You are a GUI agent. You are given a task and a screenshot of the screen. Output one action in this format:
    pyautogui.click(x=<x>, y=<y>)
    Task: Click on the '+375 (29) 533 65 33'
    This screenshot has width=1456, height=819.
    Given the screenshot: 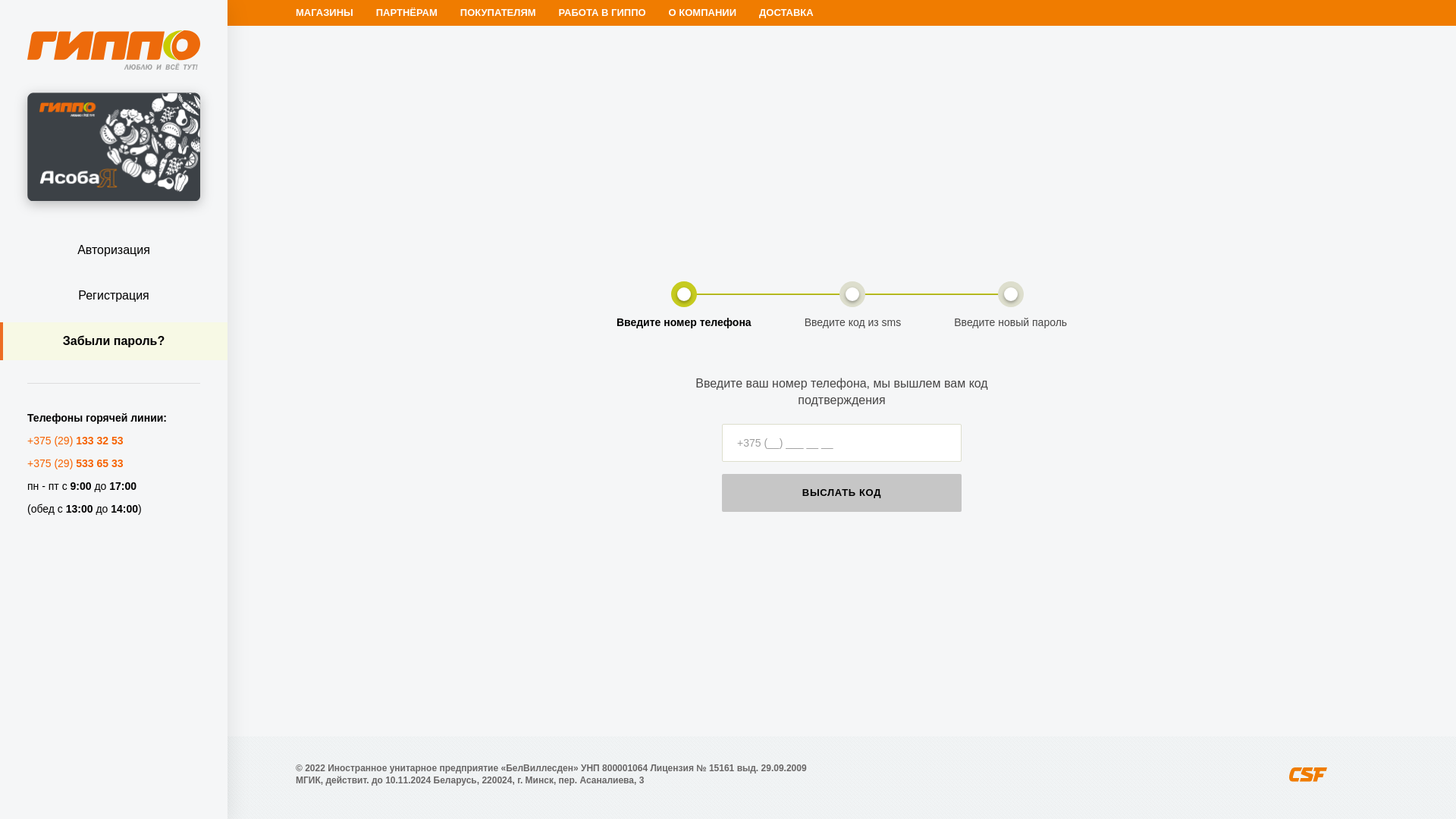 What is the action you would take?
    pyautogui.click(x=74, y=462)
    